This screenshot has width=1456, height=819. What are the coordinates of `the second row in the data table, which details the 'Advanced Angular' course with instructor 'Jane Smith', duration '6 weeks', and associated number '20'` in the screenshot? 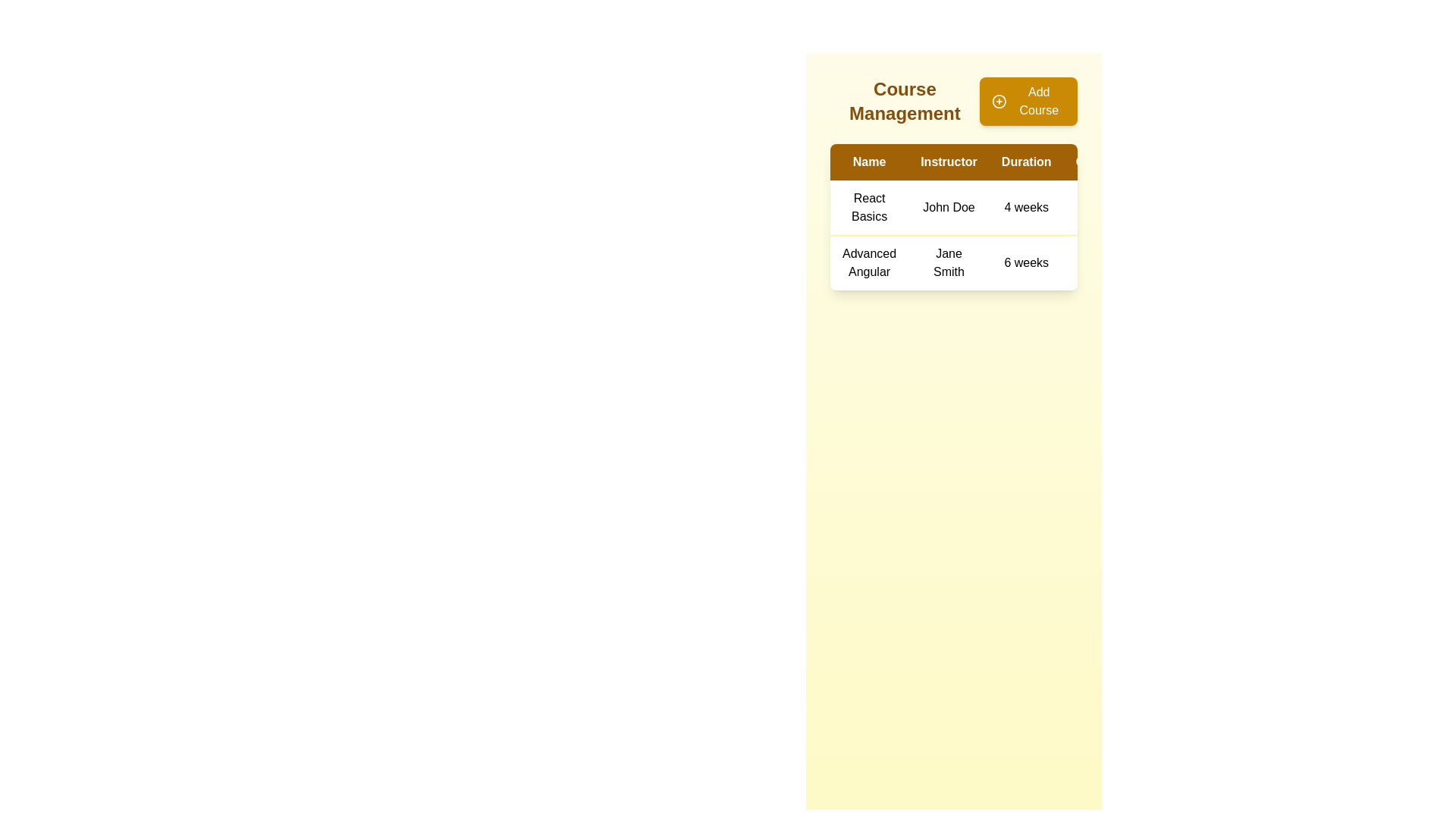 It's located at (1018, 262).